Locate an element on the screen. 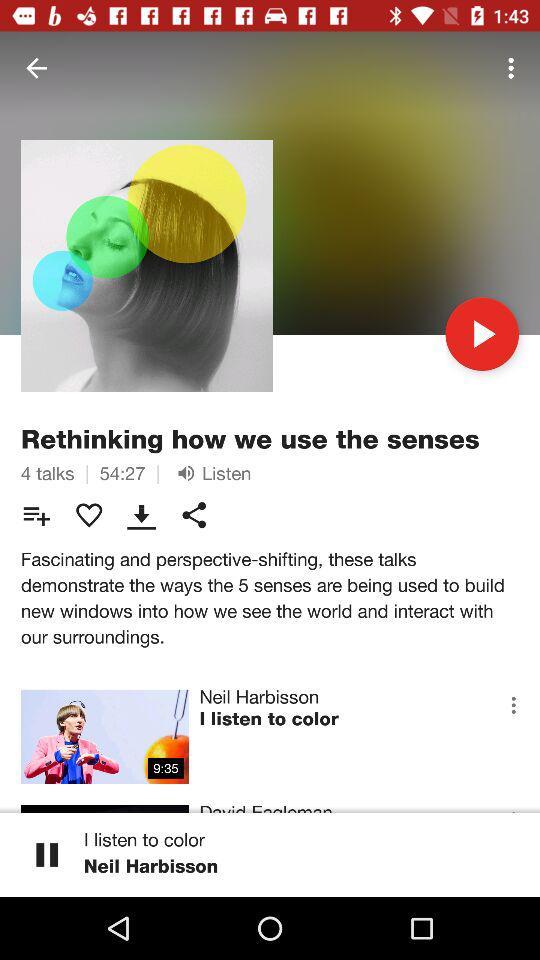 The height and width of the screenshot is (960, 540). item at the top right corner is located at coordinates (513, 68).